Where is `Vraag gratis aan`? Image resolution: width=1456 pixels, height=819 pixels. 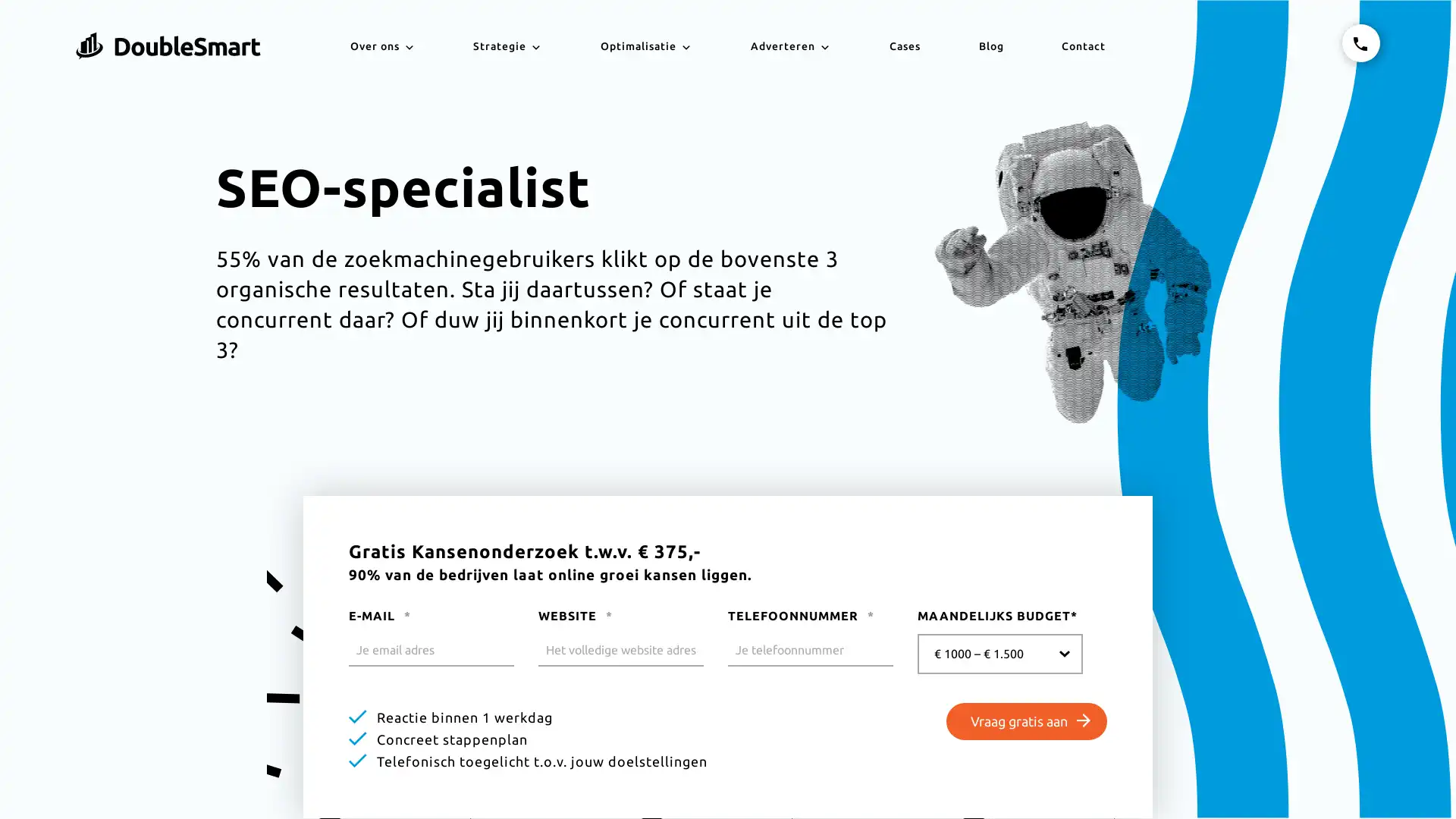
Vraag gratis aan is located at coordinates (1026, 720).